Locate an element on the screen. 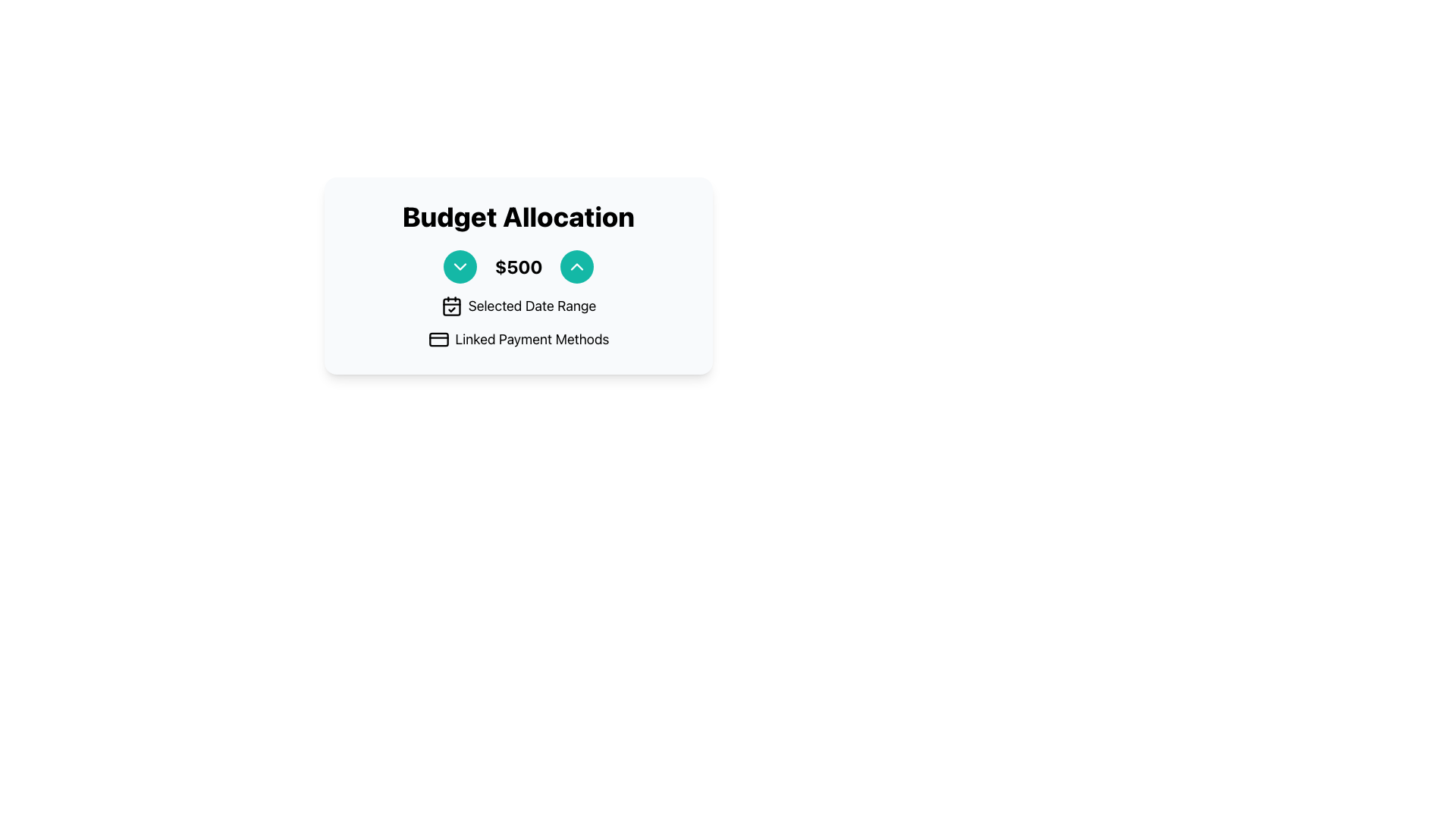 The height and width of the screenshot is (819, 1456). the Text Display that shows '$500', which is bold and large, located between two teal circular buttons with chevron icons is located at coordinates (519, 265).